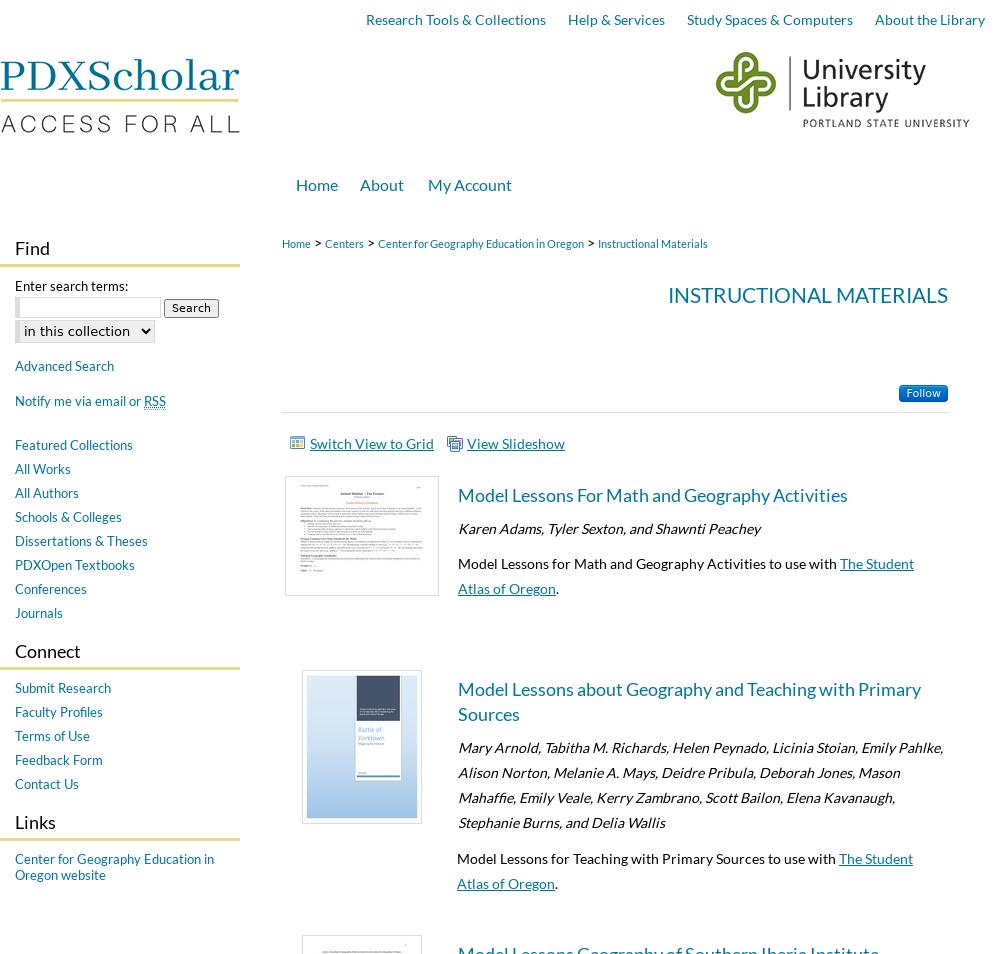  Describe the element at coordinates (647, 561) in the screenshot. I see `'Model Lessons for Math and Geography Activities to use with'` at that location.